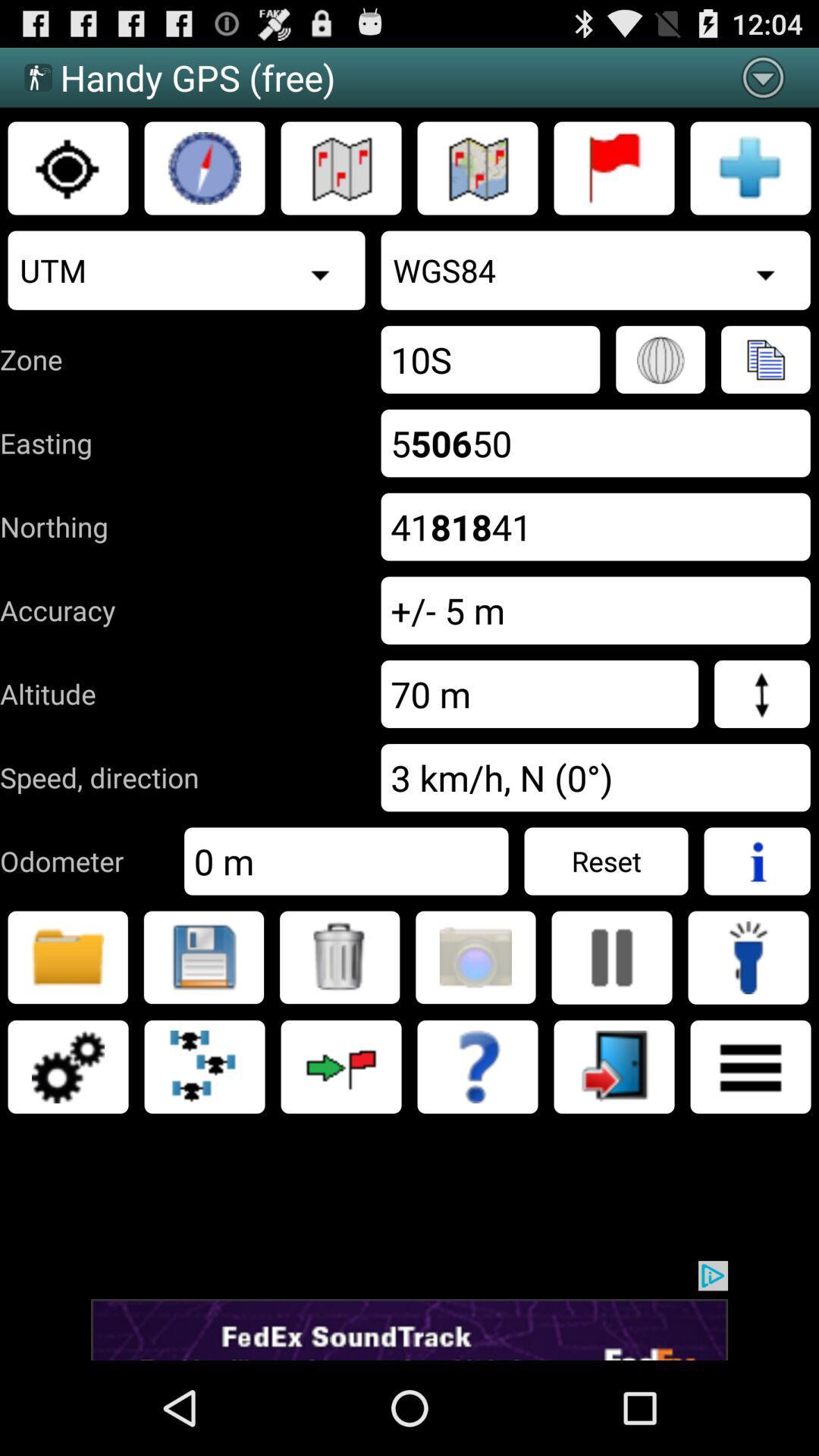  I want to click on handy gps free, so click(205, 168).